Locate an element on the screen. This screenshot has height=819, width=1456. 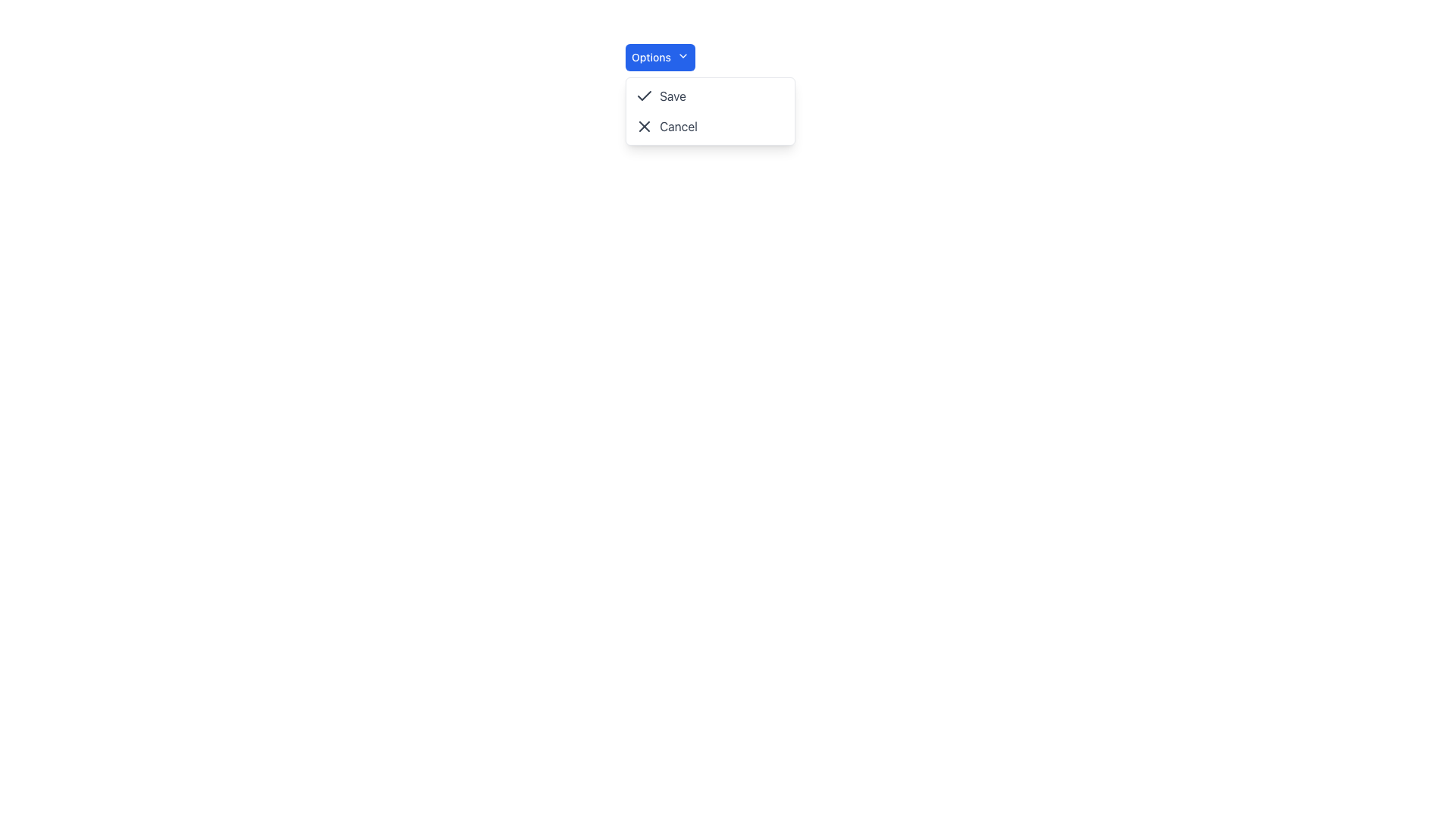
the first button in the vertical list within the dropdown menu, located beneath the blue 'Options' button is located at coordinates (709, 96).